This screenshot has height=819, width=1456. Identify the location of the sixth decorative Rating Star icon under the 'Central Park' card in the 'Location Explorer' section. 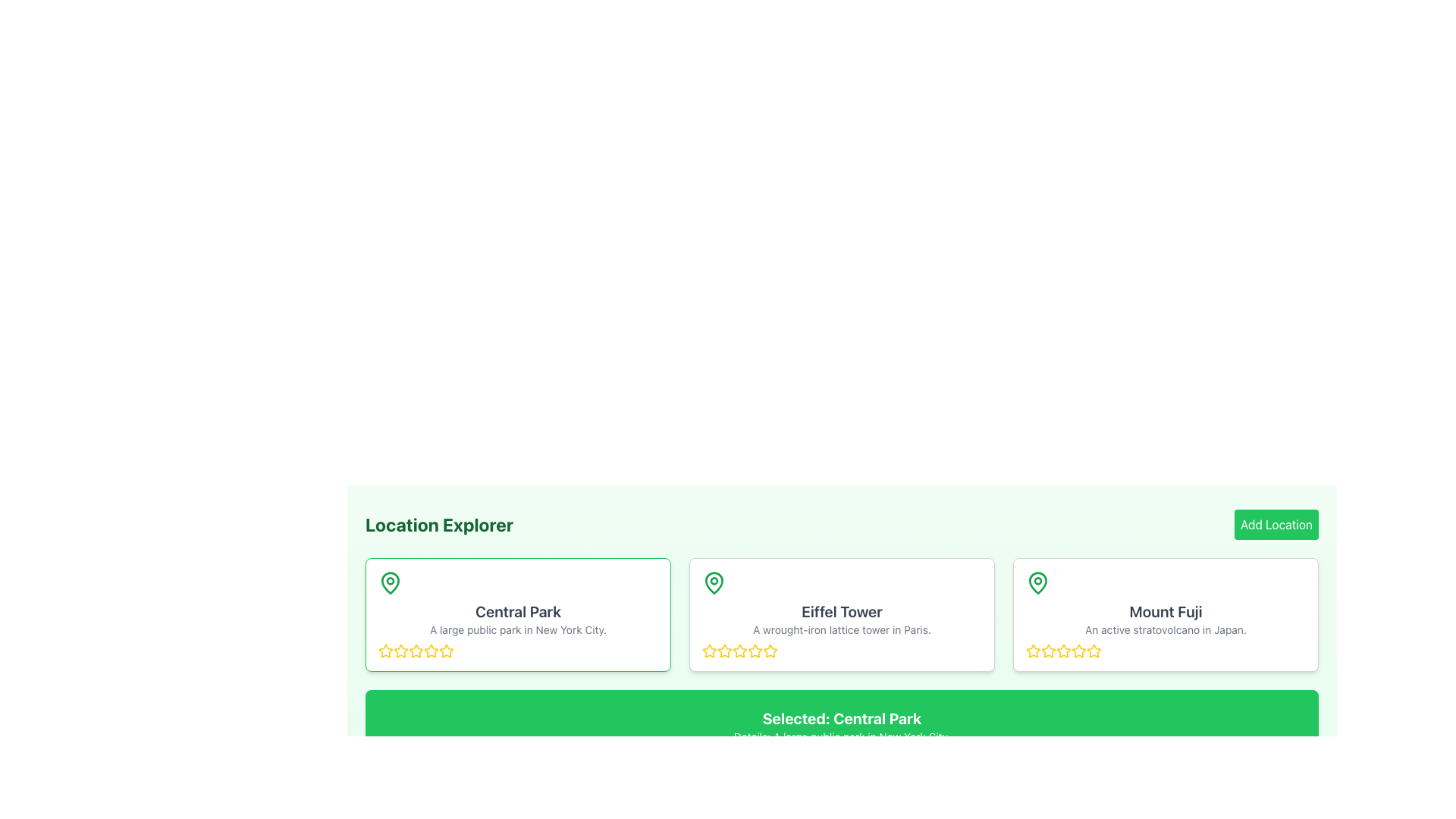
(446, 651).